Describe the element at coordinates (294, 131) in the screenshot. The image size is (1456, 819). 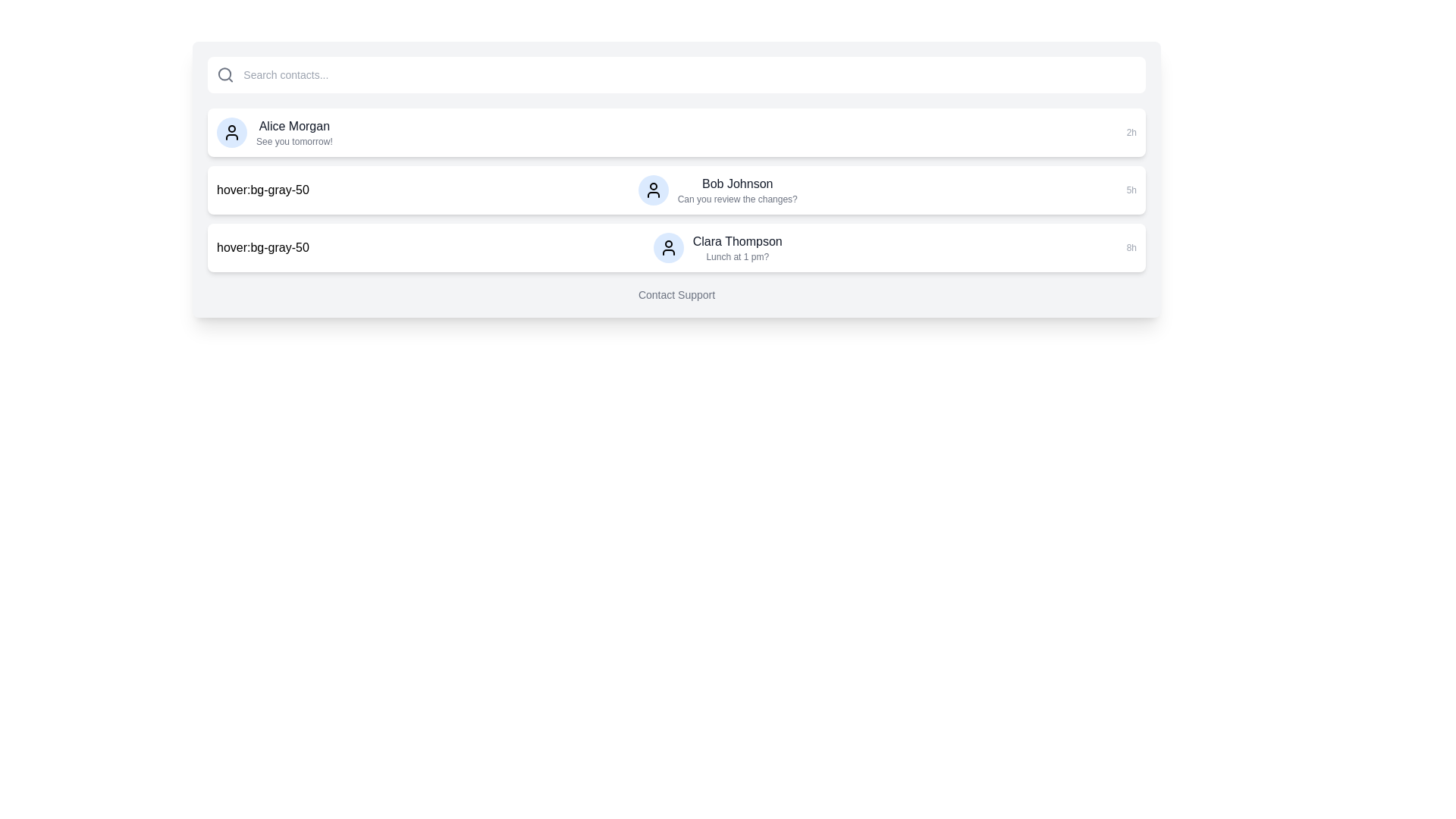
I see `the Text Label Group displaying 'Alice Morgan' and 'See you tomorrow!'` at that location.